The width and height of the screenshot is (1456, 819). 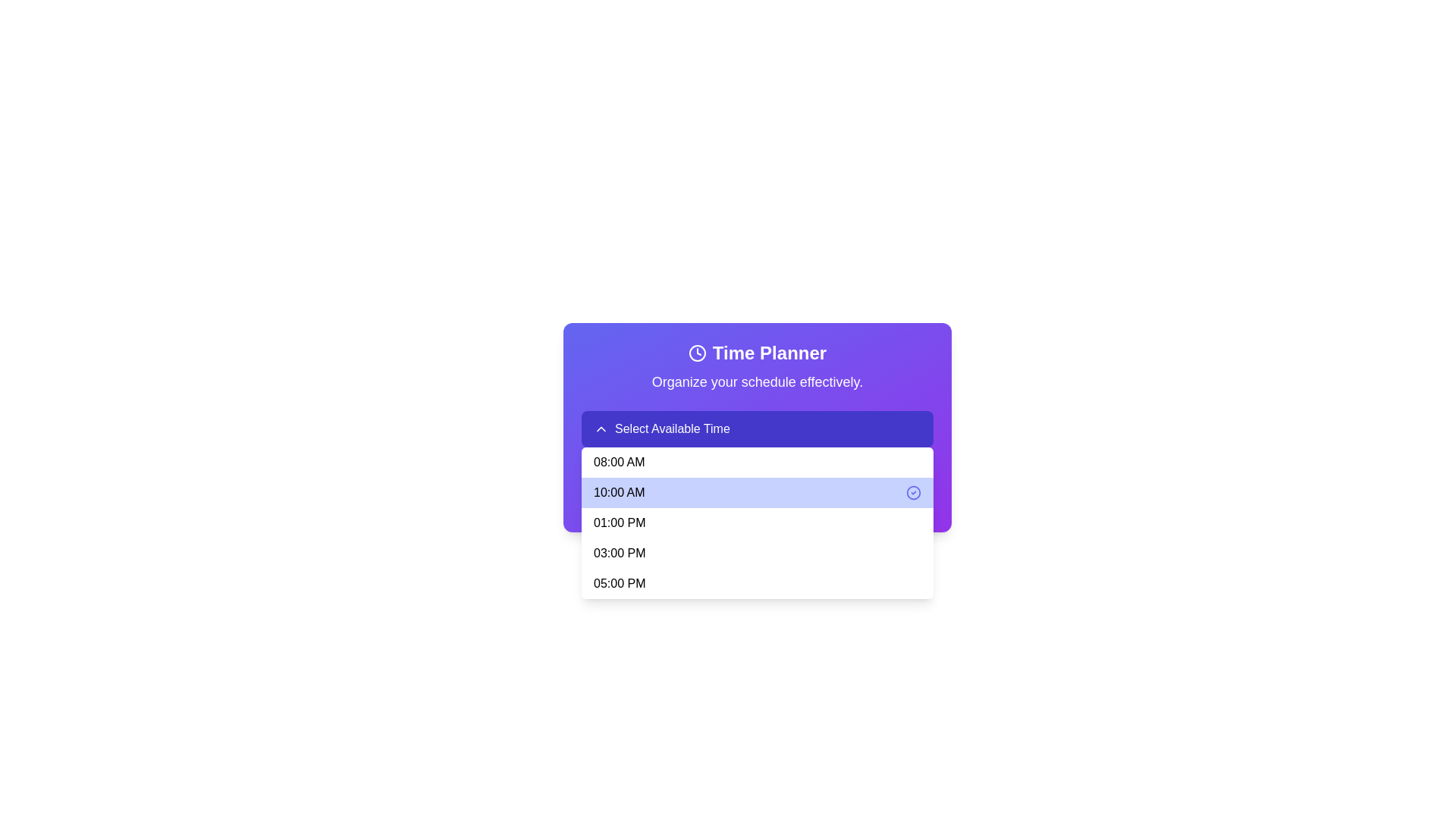 I want to click on the first selectable time option in the drop-down list under 'Select Available Time', so click(x=619, y=461).